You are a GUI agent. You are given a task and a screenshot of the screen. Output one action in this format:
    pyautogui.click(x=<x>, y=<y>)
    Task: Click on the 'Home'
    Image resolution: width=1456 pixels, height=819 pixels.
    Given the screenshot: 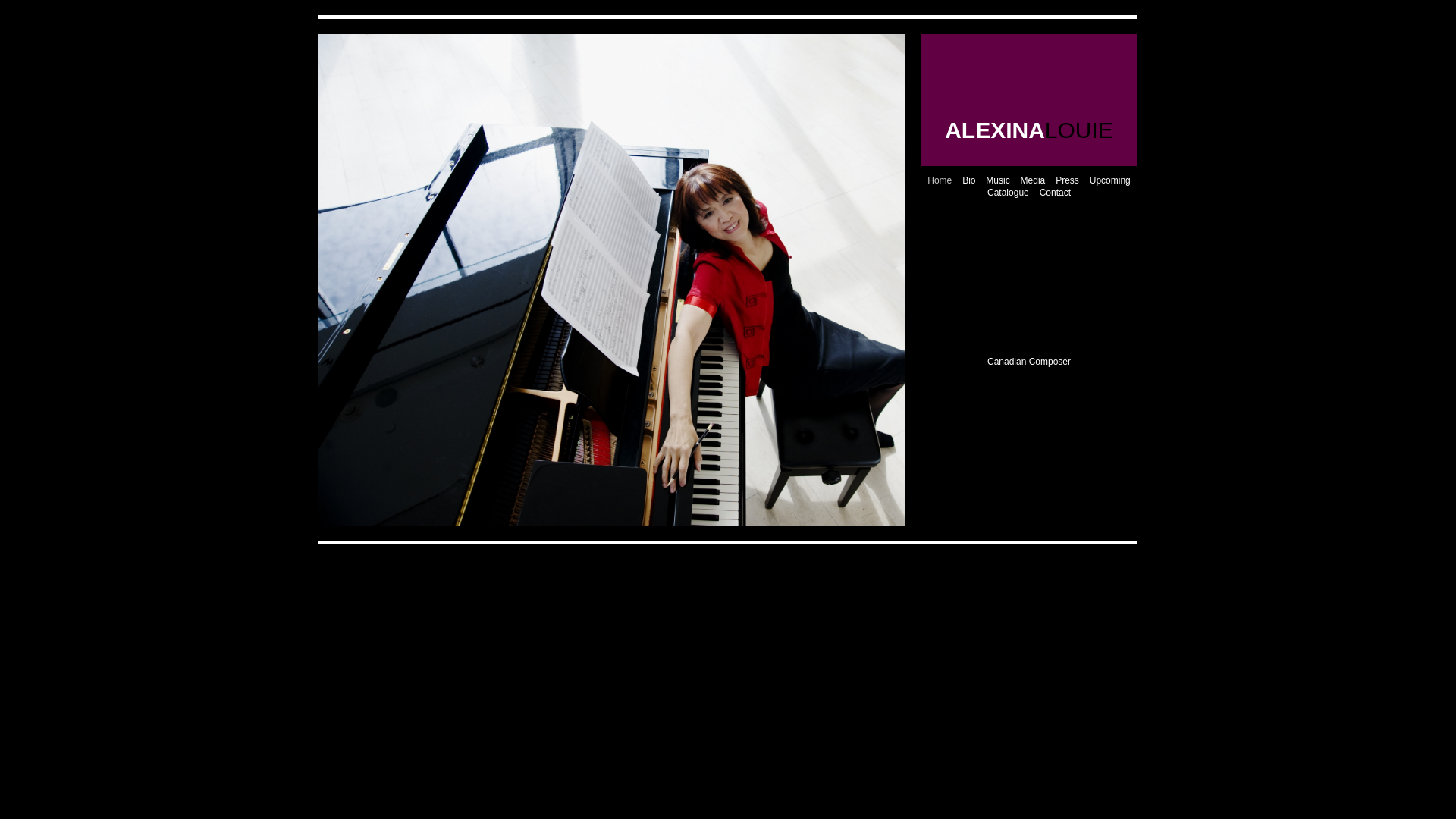 What is the action you would take?
    pyautogui.click(x=927, y=180)
    